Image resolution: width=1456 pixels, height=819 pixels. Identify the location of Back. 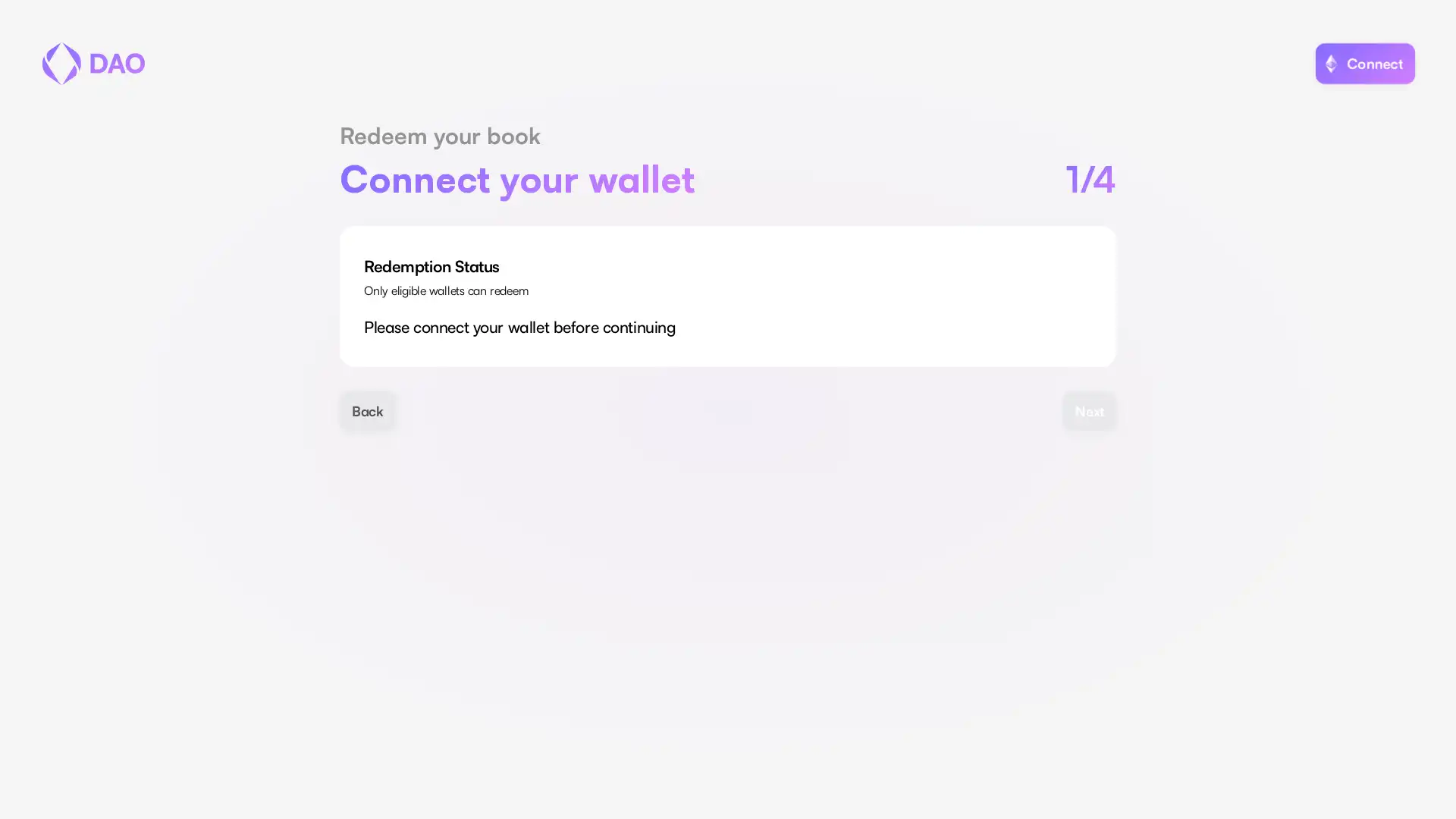
(367, 409).